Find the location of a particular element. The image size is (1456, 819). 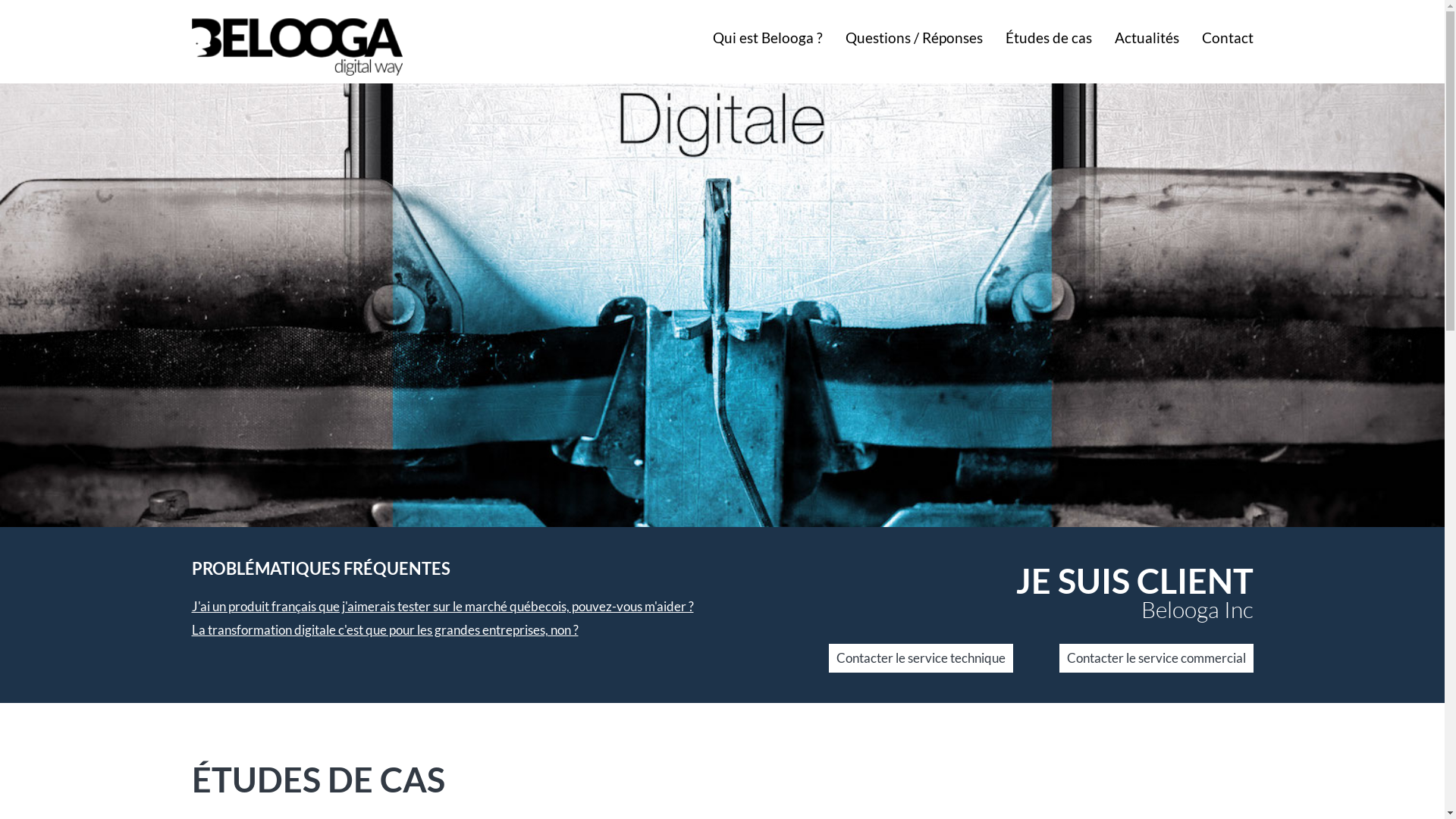

'Contacter le service technique' is located at coordinates (919, 657).